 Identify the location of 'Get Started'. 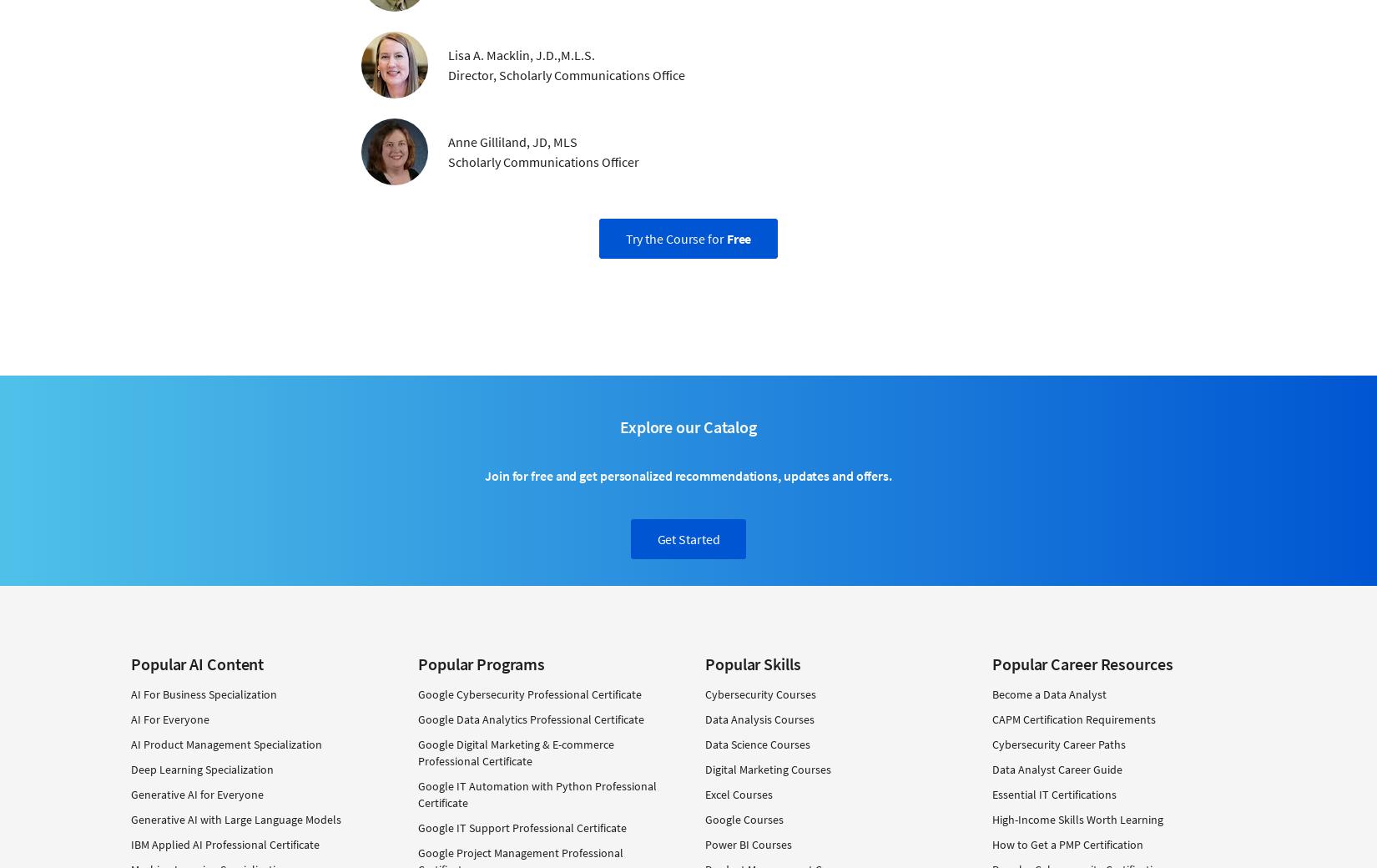
(687, 537).